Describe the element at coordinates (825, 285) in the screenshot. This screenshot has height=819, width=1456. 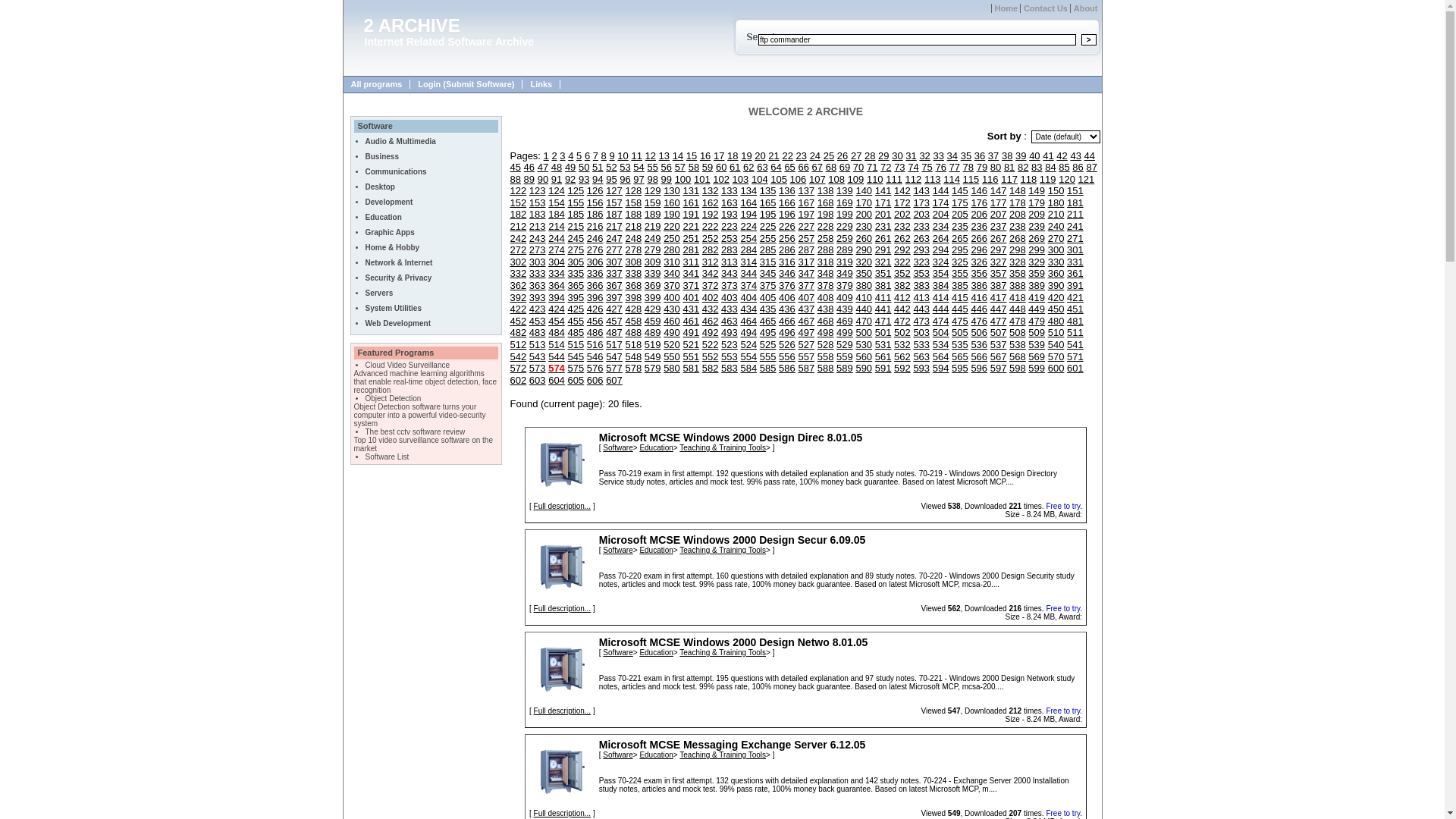
I see `'378'` at that location.